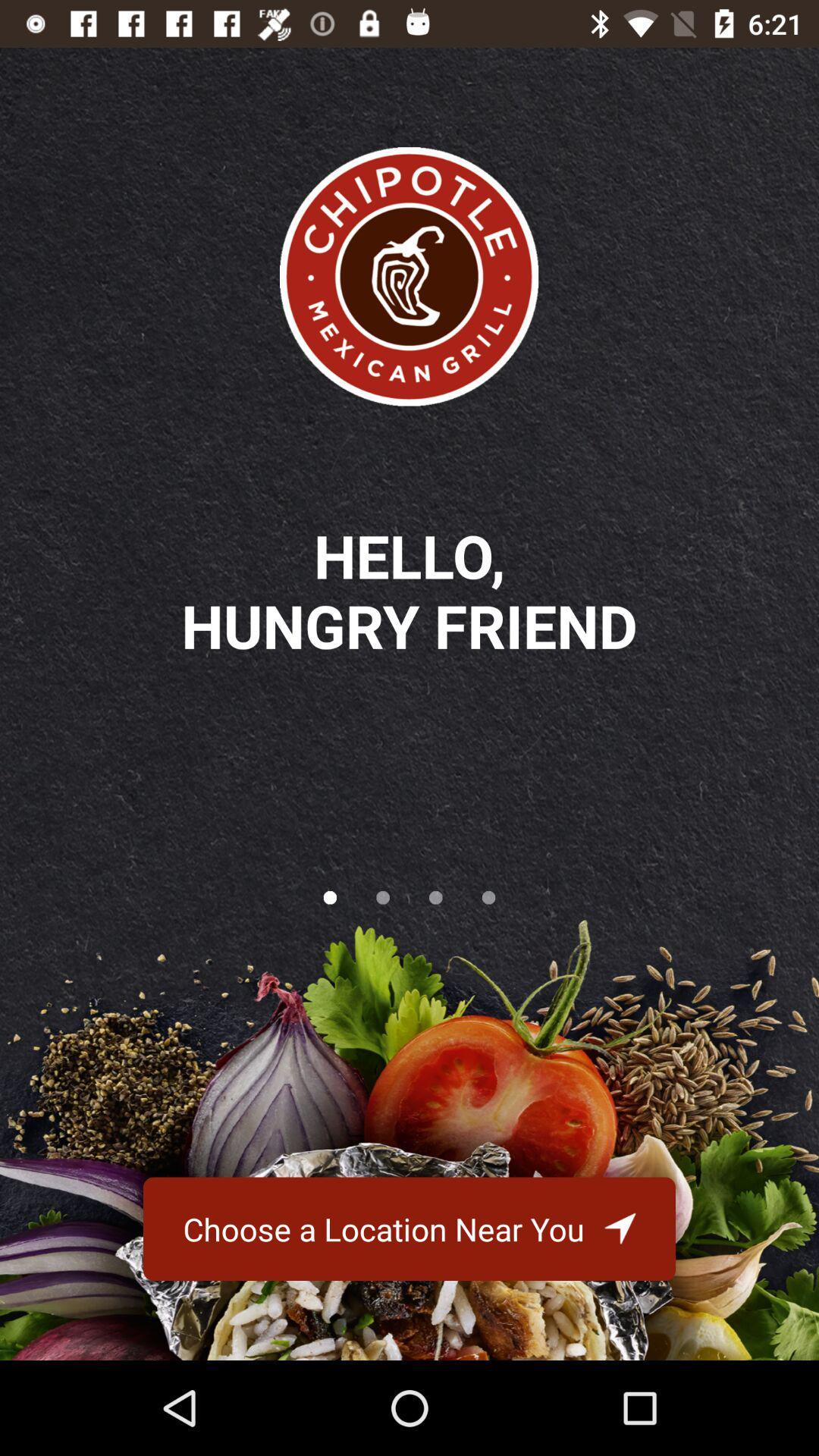 The width and height of the screenshot is (819, 1456). What do you see at coordinates (409, 1228) in the screenshot?
I see `choose a location item` at bounding box center [409, 1228].